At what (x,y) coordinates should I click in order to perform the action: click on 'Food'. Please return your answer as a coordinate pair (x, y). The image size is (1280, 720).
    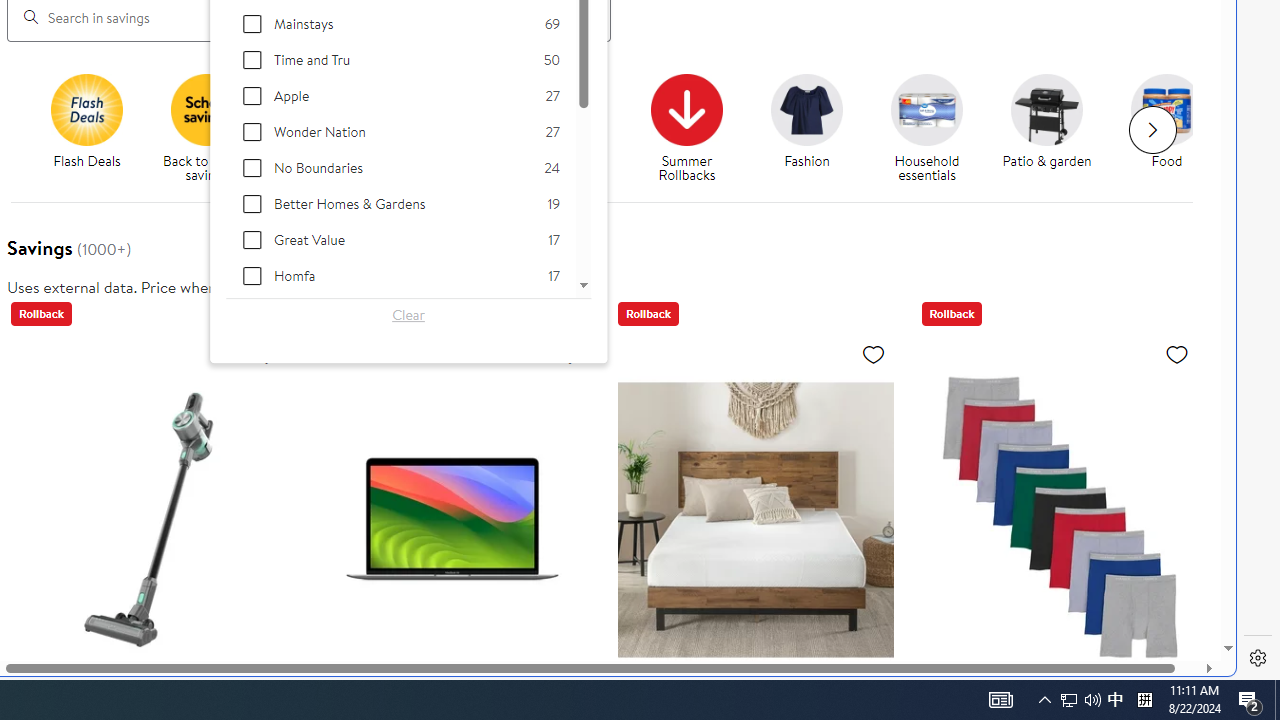
    Looking at the image, I should click on (1167, 109).